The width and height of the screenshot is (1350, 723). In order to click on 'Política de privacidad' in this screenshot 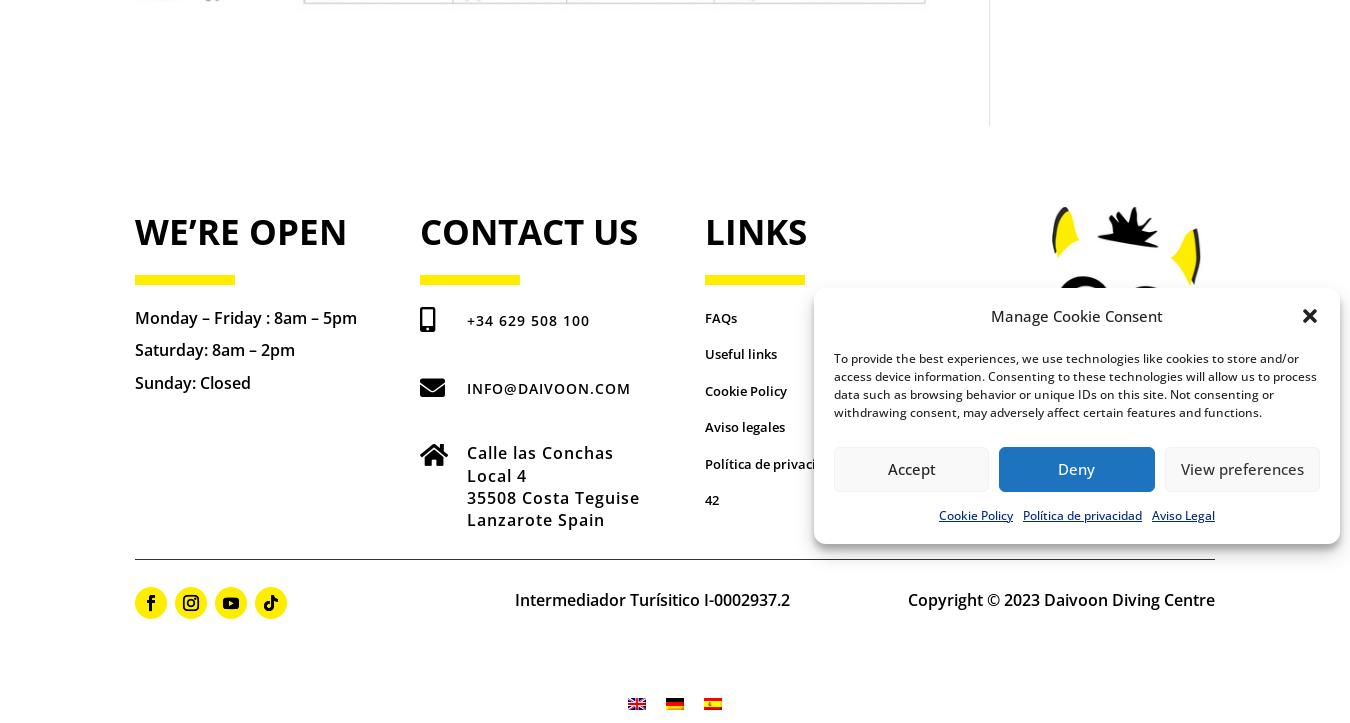, I will do `click(770, 463)`.